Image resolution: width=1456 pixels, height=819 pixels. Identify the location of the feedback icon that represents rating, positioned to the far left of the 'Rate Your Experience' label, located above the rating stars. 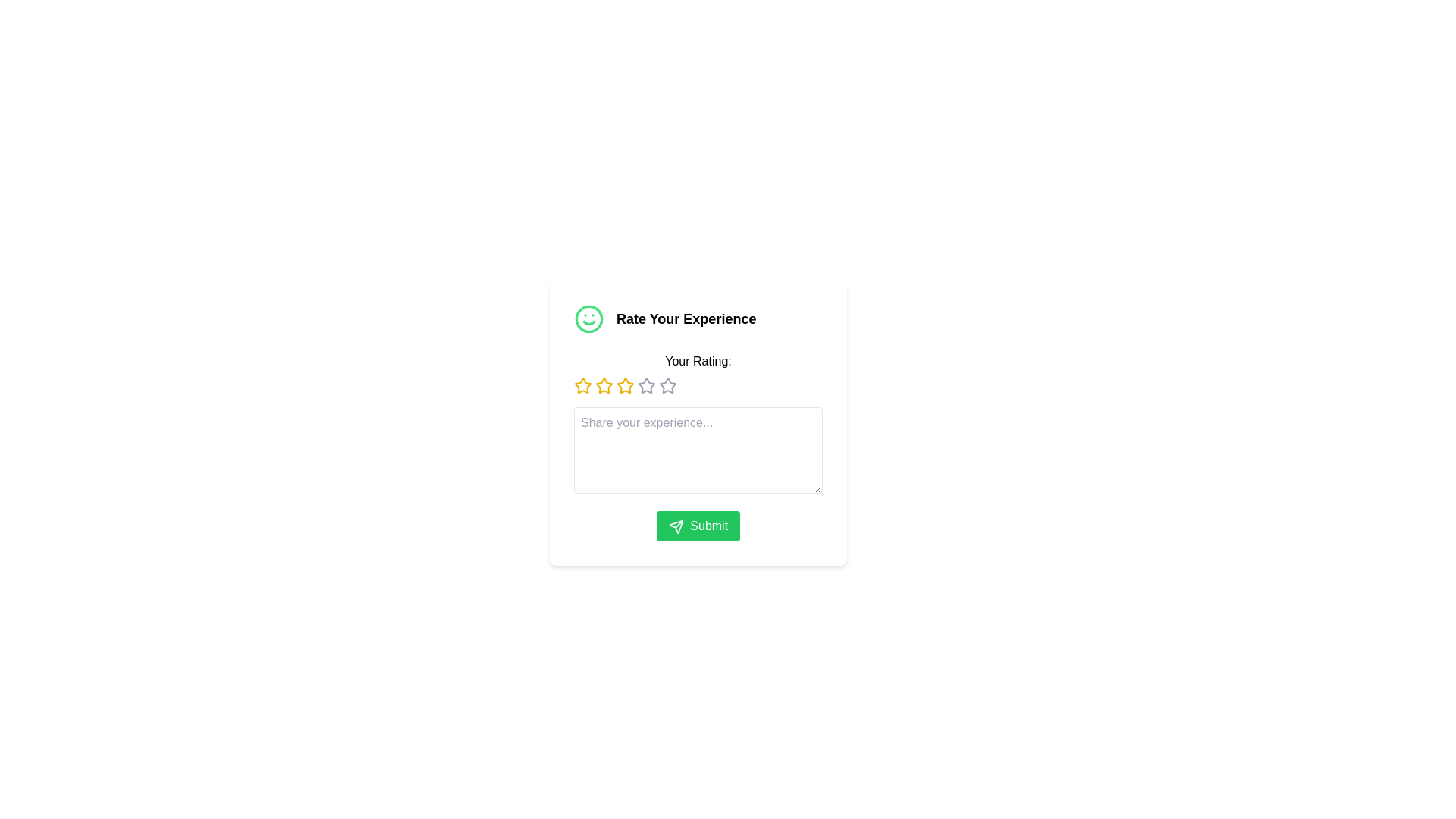
(588, 318).